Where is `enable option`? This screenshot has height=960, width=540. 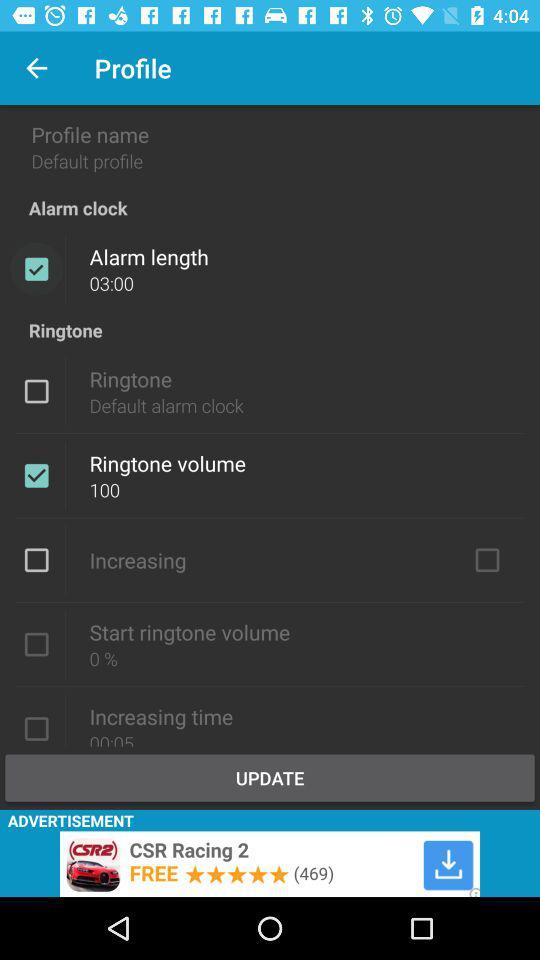 enable option is located at coordinates (36, 643).